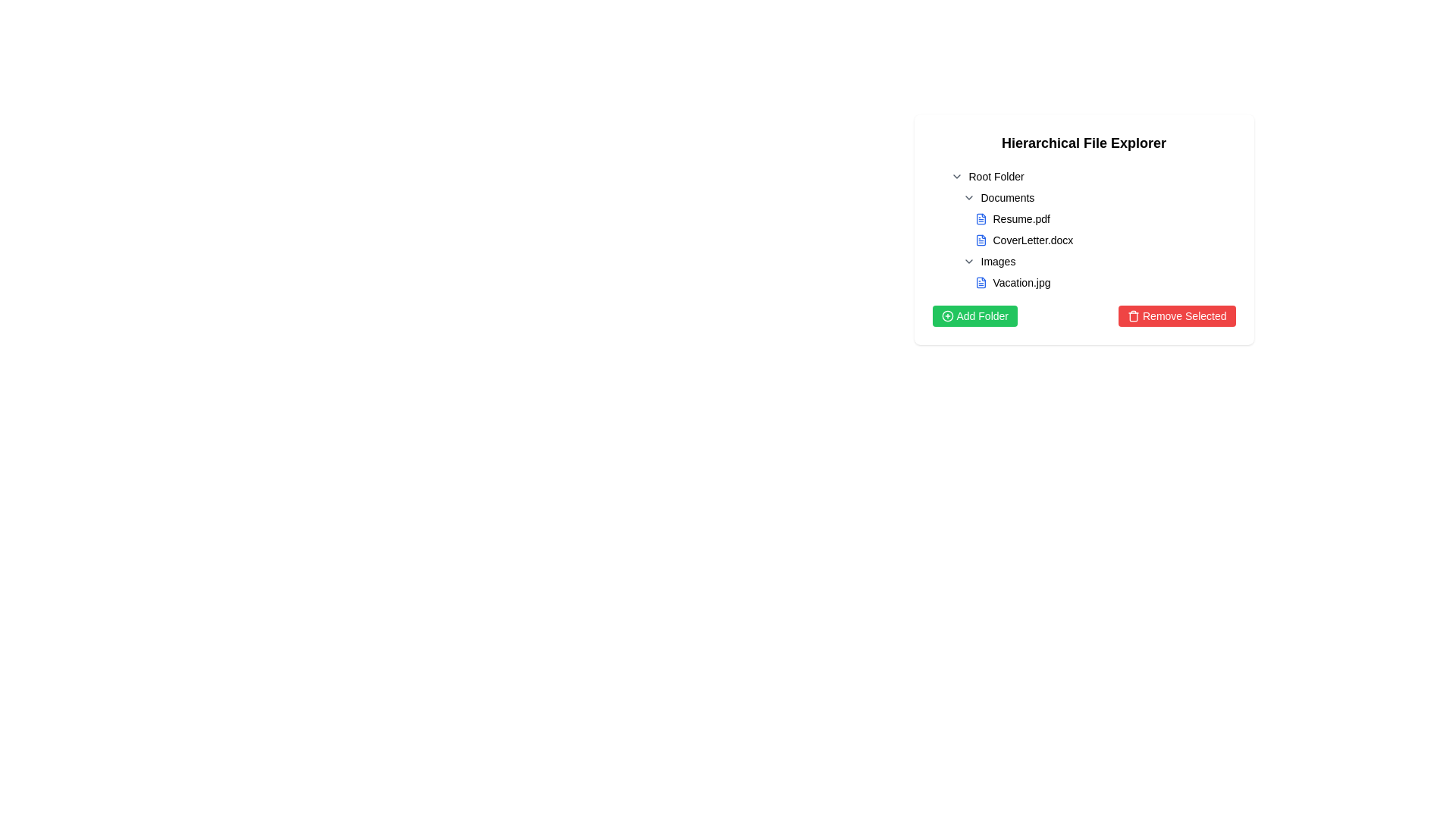  What do you see at coordinates (1096, 260) in the screenshot?
I see `the 'Images' button located in the file explorer` at bounding box center [1096, 260].